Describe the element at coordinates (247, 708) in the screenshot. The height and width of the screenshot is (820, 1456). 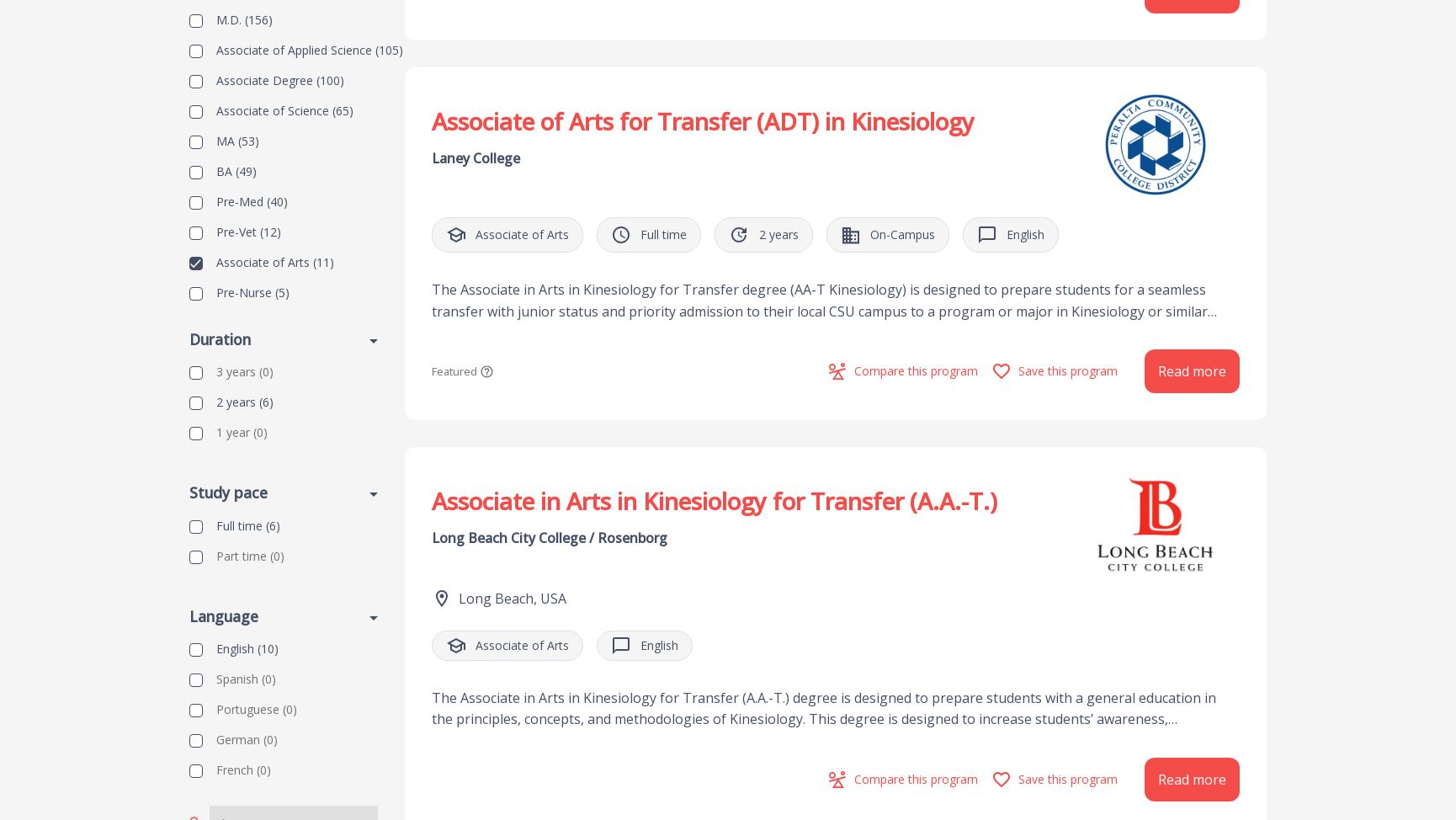
I see `'Portuguese'` at that location.